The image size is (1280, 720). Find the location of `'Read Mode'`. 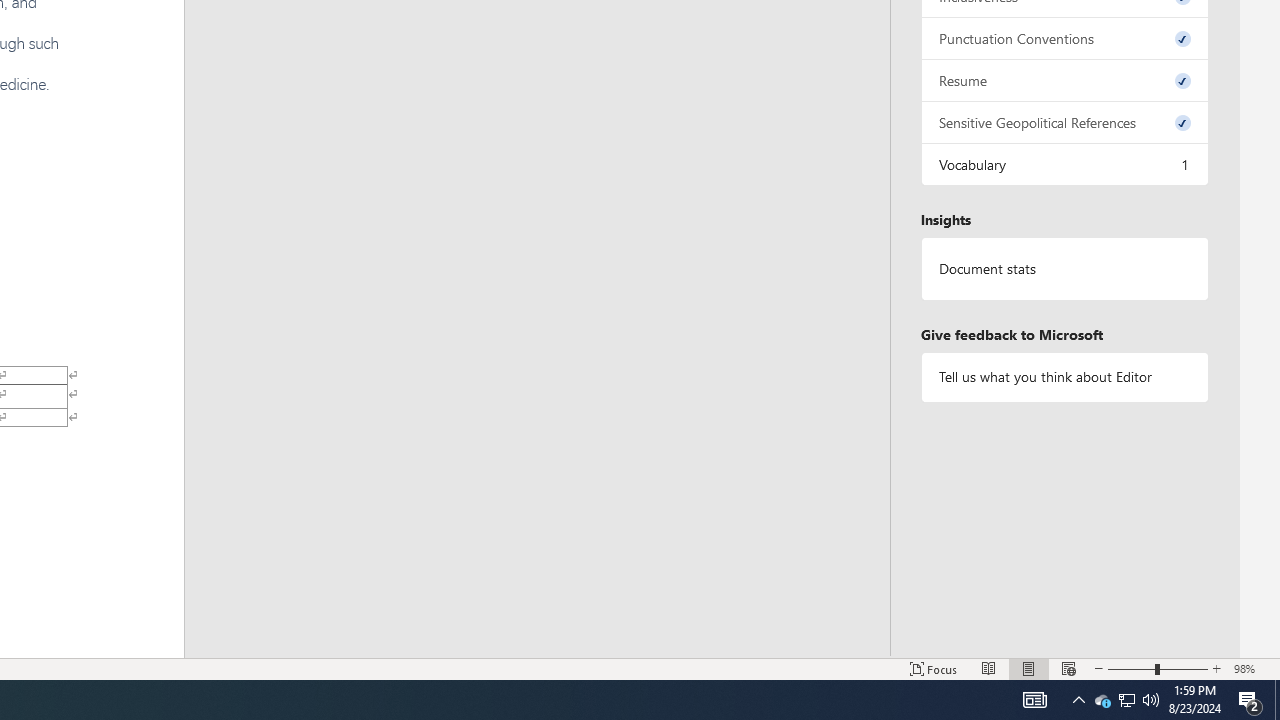

'Read Mode' is located at coordinates (988, 669).